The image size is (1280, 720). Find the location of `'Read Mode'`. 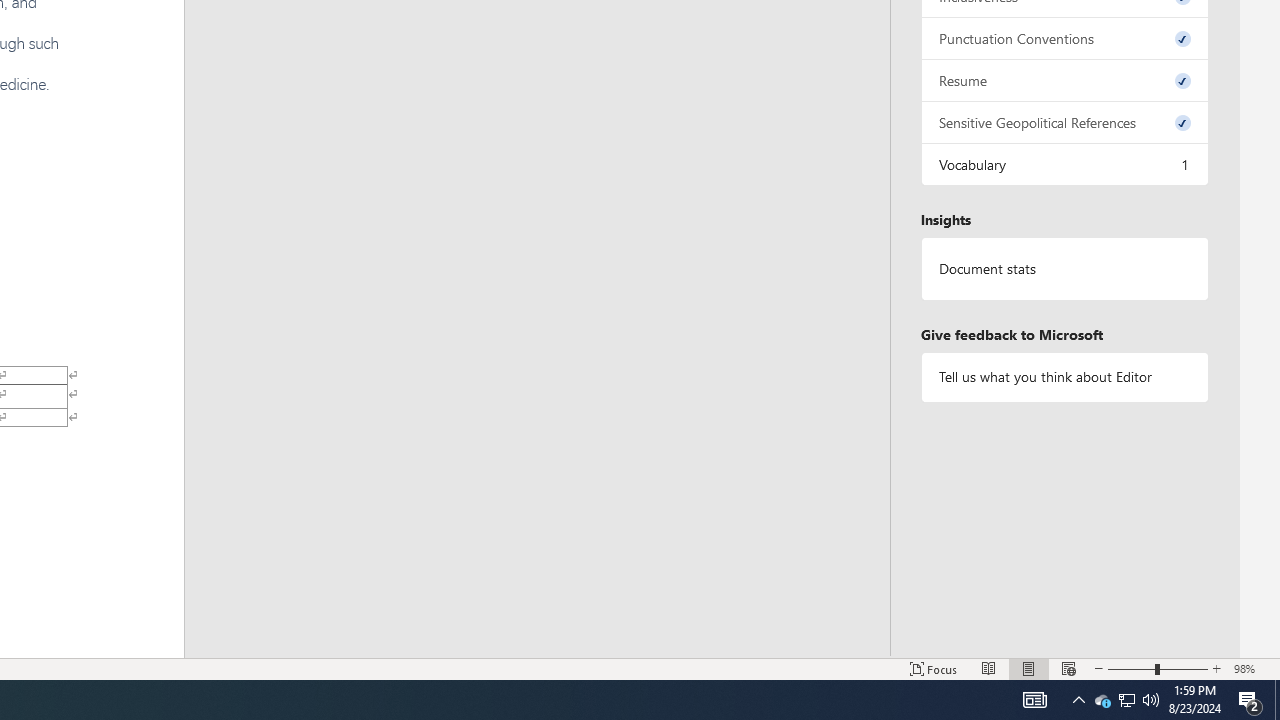

'Read Mode' is located at coordinates (988, 669).